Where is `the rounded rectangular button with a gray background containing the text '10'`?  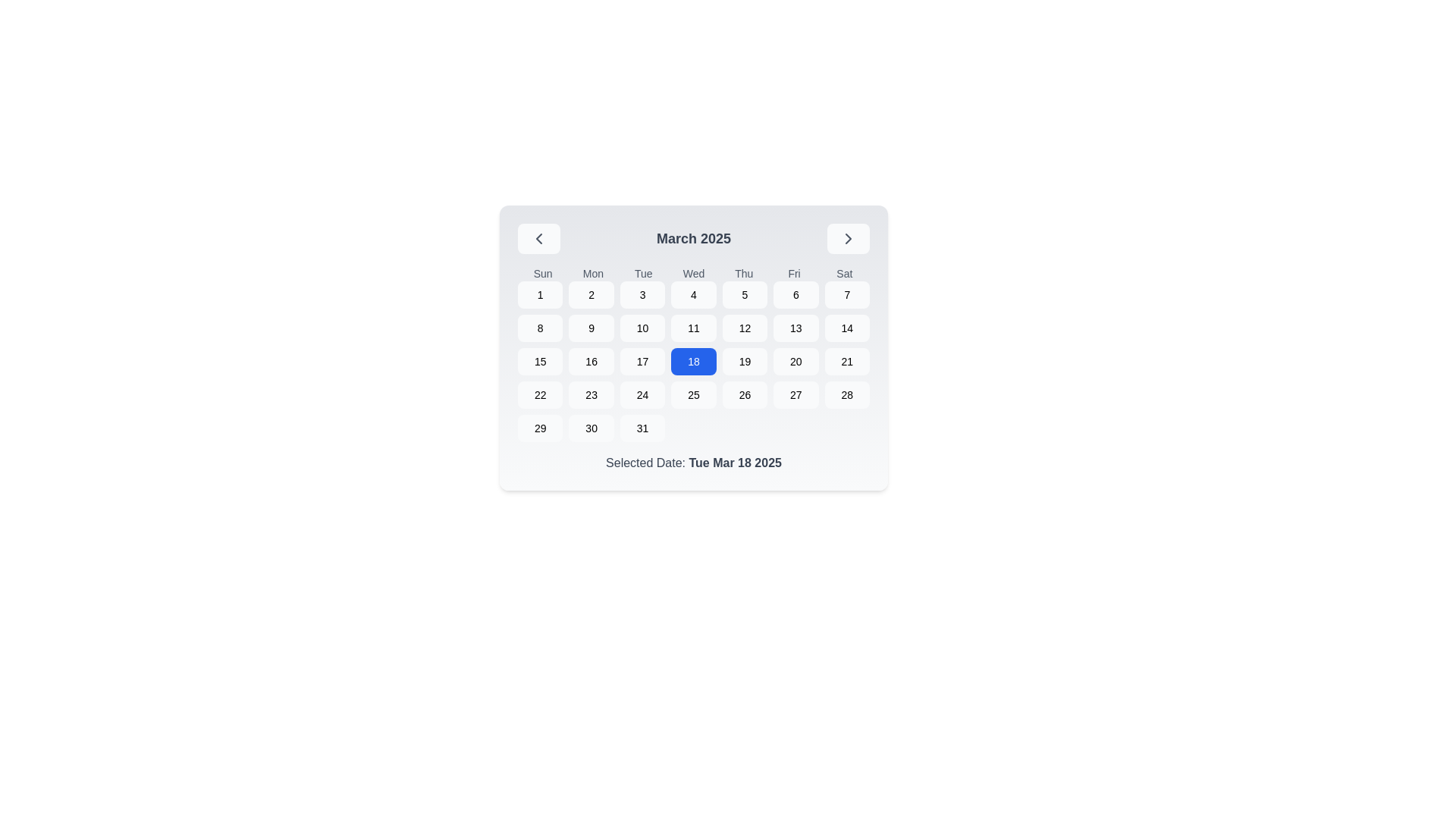
the rounded rectangular button with a gray background containing the text '10' is located at coordinates (642, 327).